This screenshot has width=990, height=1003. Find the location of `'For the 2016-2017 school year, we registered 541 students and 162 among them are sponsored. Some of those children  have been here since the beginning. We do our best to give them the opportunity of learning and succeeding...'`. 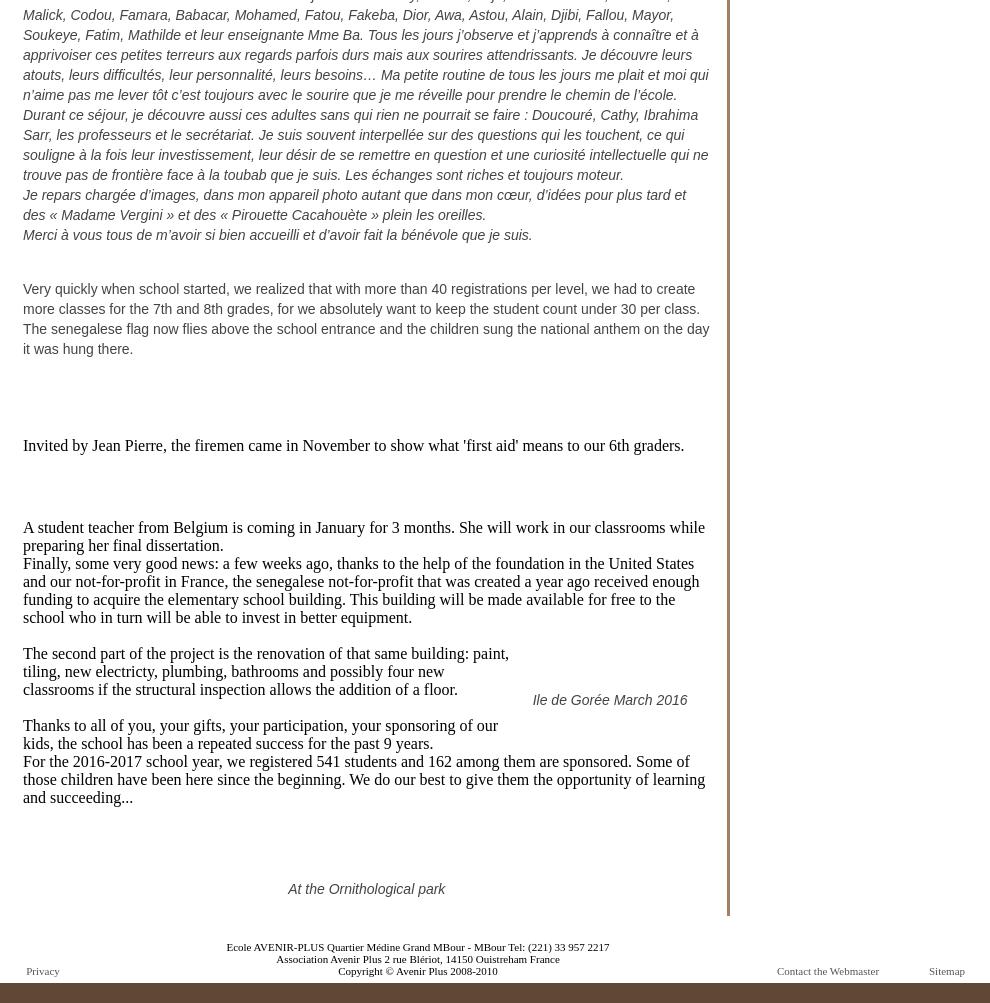

'For the 2016-2017 school year, we registered 541 students and 162 among them are sponsored. Some of those children  have been here since the beginning. We do our best to give them the opportunity of learning and succeeding...' is located at coordinates (21, 778).